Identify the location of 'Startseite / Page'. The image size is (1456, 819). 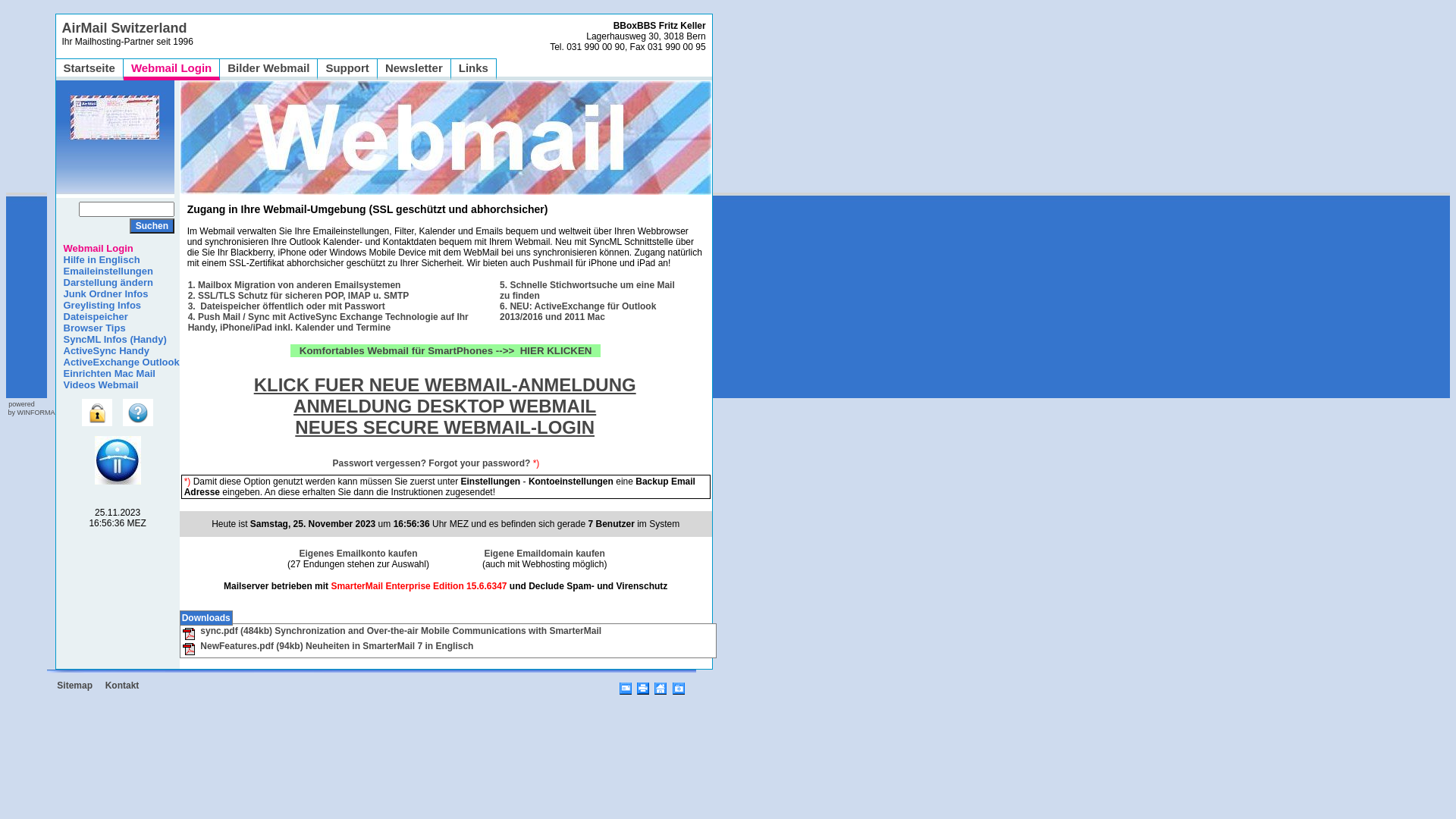
(660, 685).